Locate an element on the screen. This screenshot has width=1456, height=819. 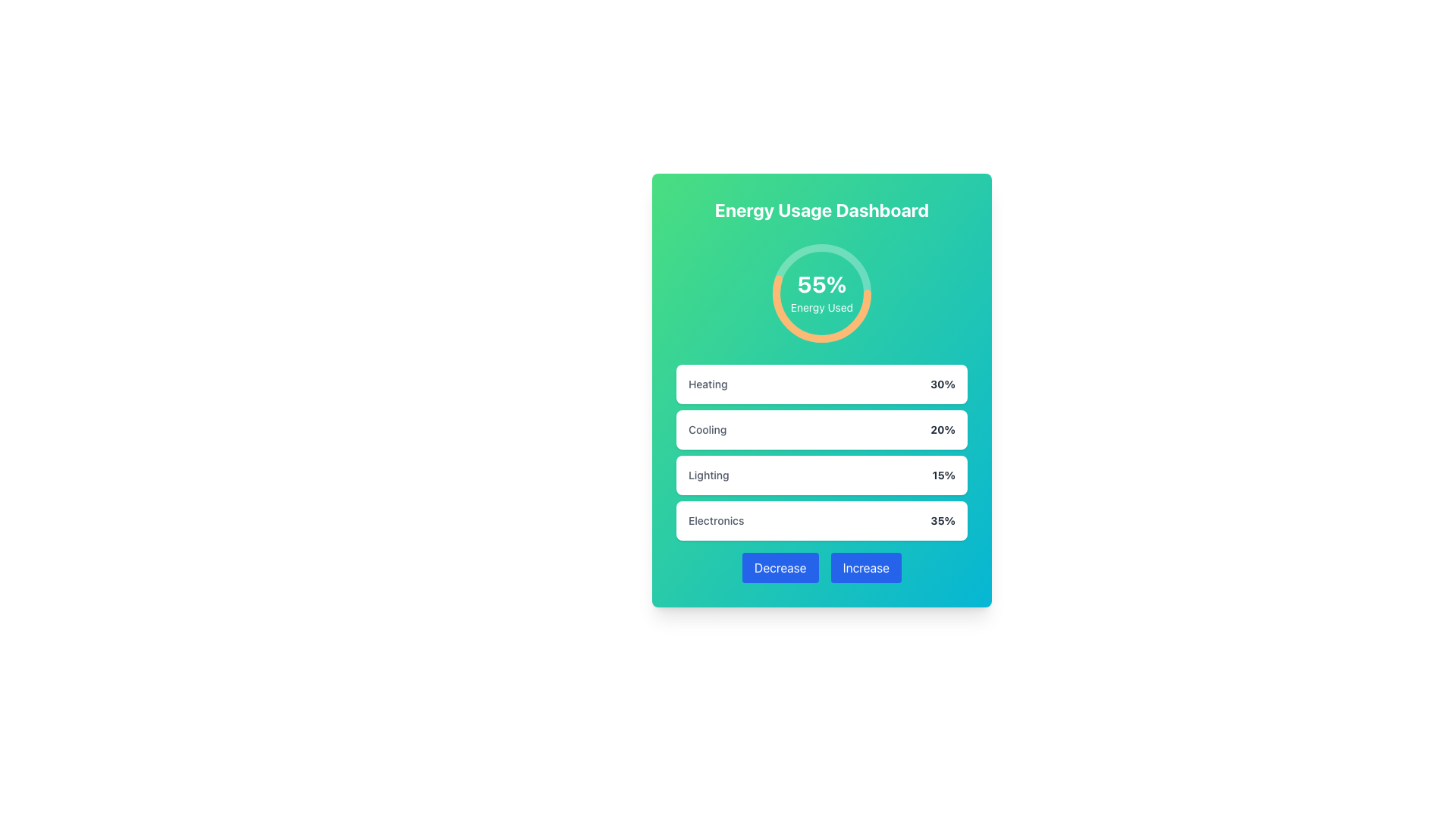
the text displaying the energy usage percentage, which is located at the top-center of the dashboard within a circular visual indicator is located at coordinates (821, 293).